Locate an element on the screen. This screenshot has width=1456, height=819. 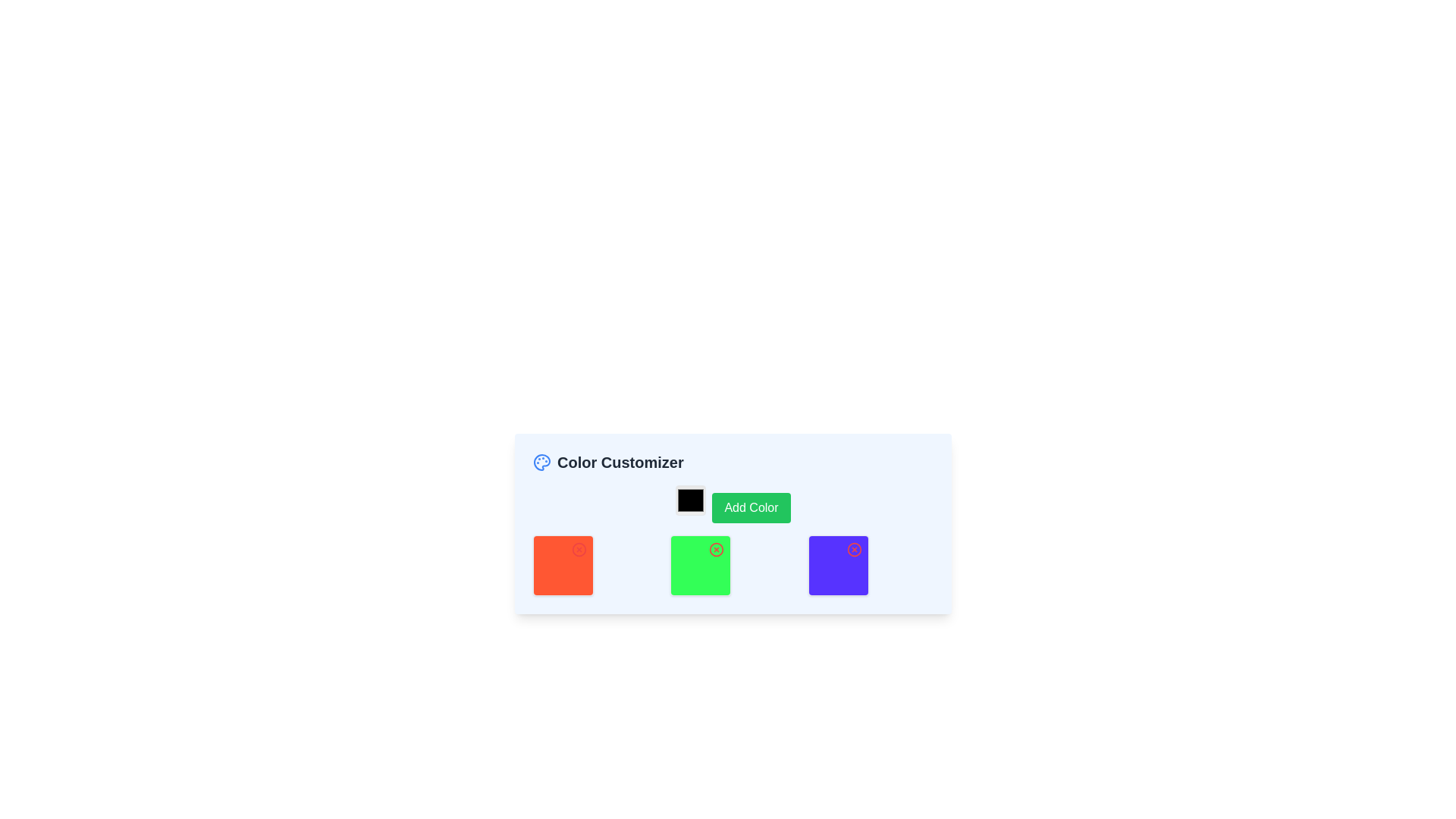
the button used to add the currently selected color to a list of favorite colors, which is located within the blue-tinted panel titled 'Color Customizer', immediately to the right of a black square color input box is located at coordinates (733, 504).